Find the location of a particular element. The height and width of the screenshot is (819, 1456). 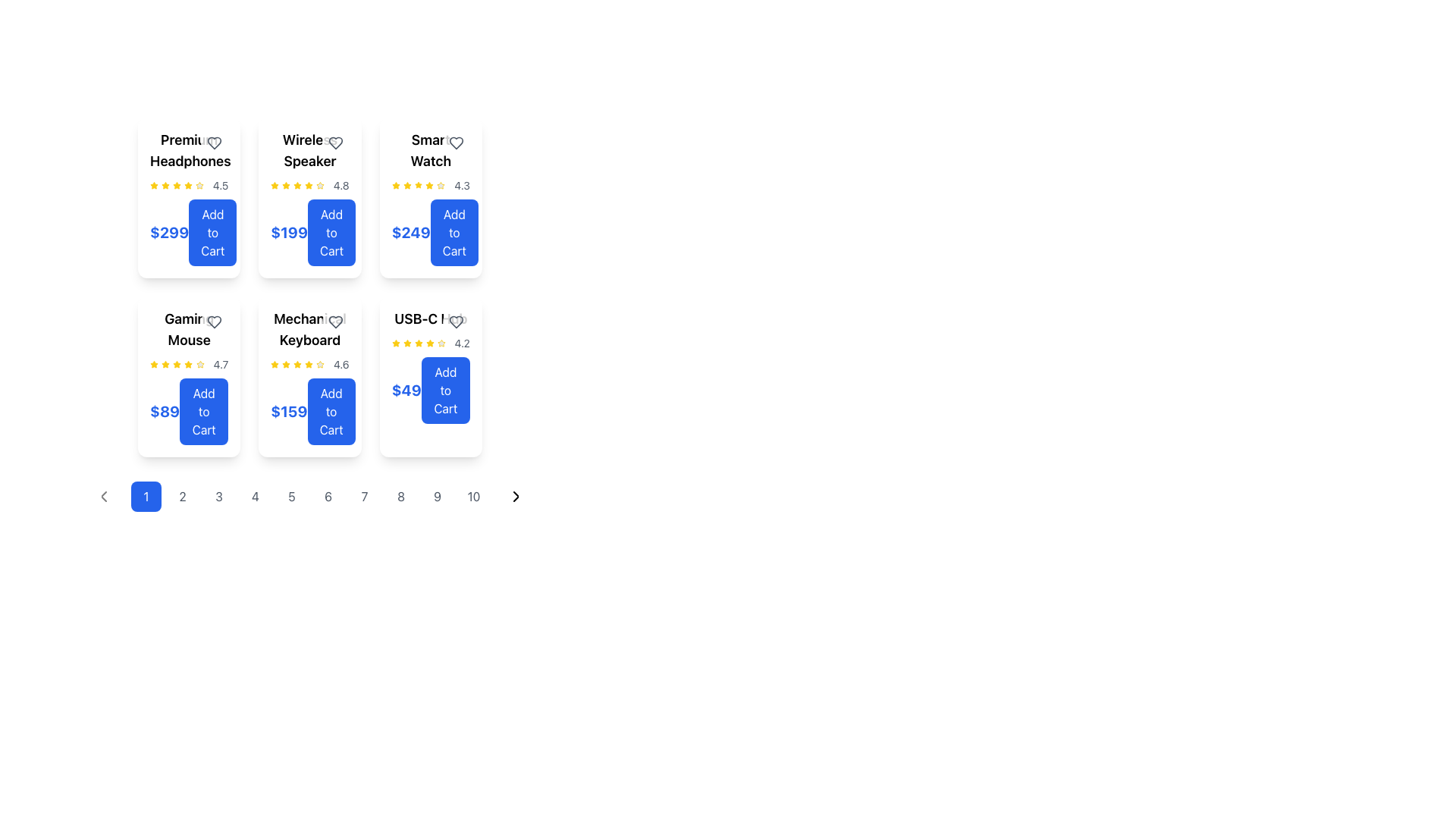

the third star icon in the rating section for the 'USB-C Hub' product, which is visually represented as part of a rating system is located at coordinates (407, 343).